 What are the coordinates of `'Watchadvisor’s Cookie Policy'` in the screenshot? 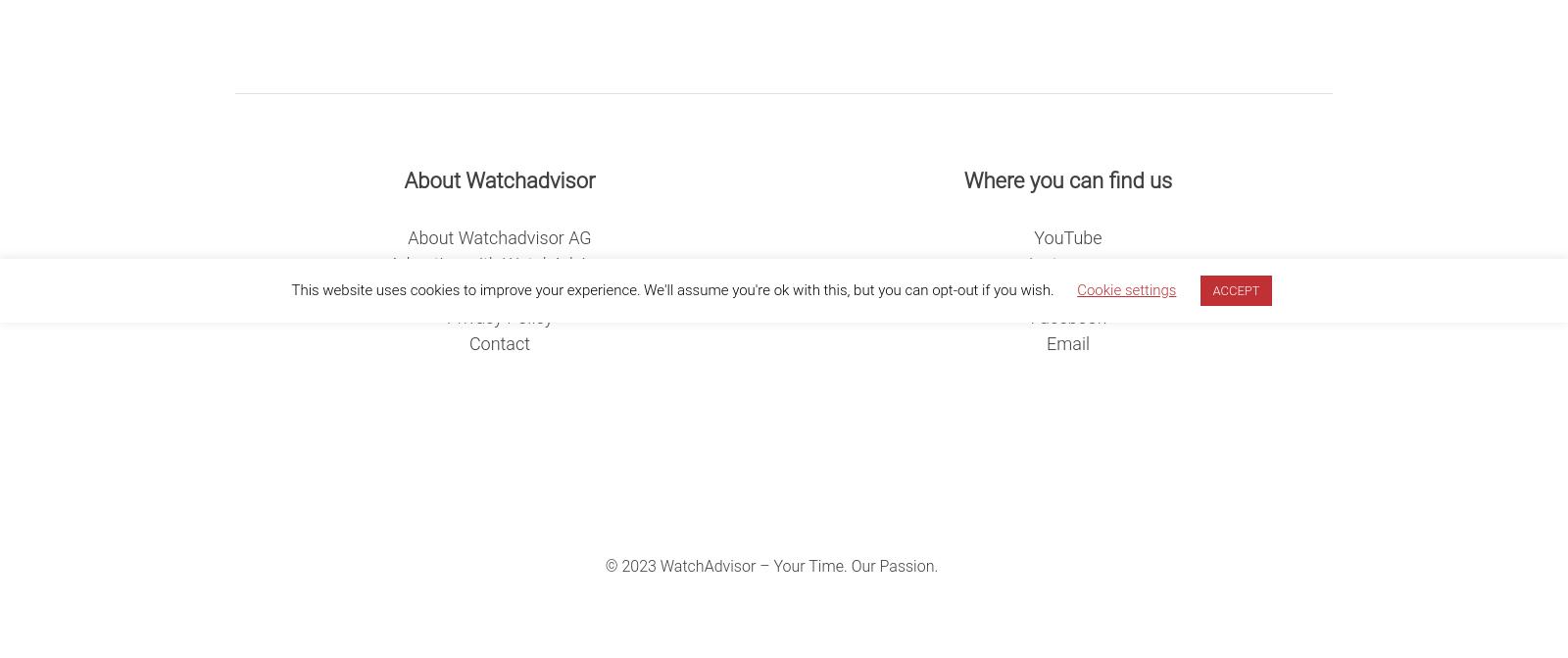 It's located at (498, 289).